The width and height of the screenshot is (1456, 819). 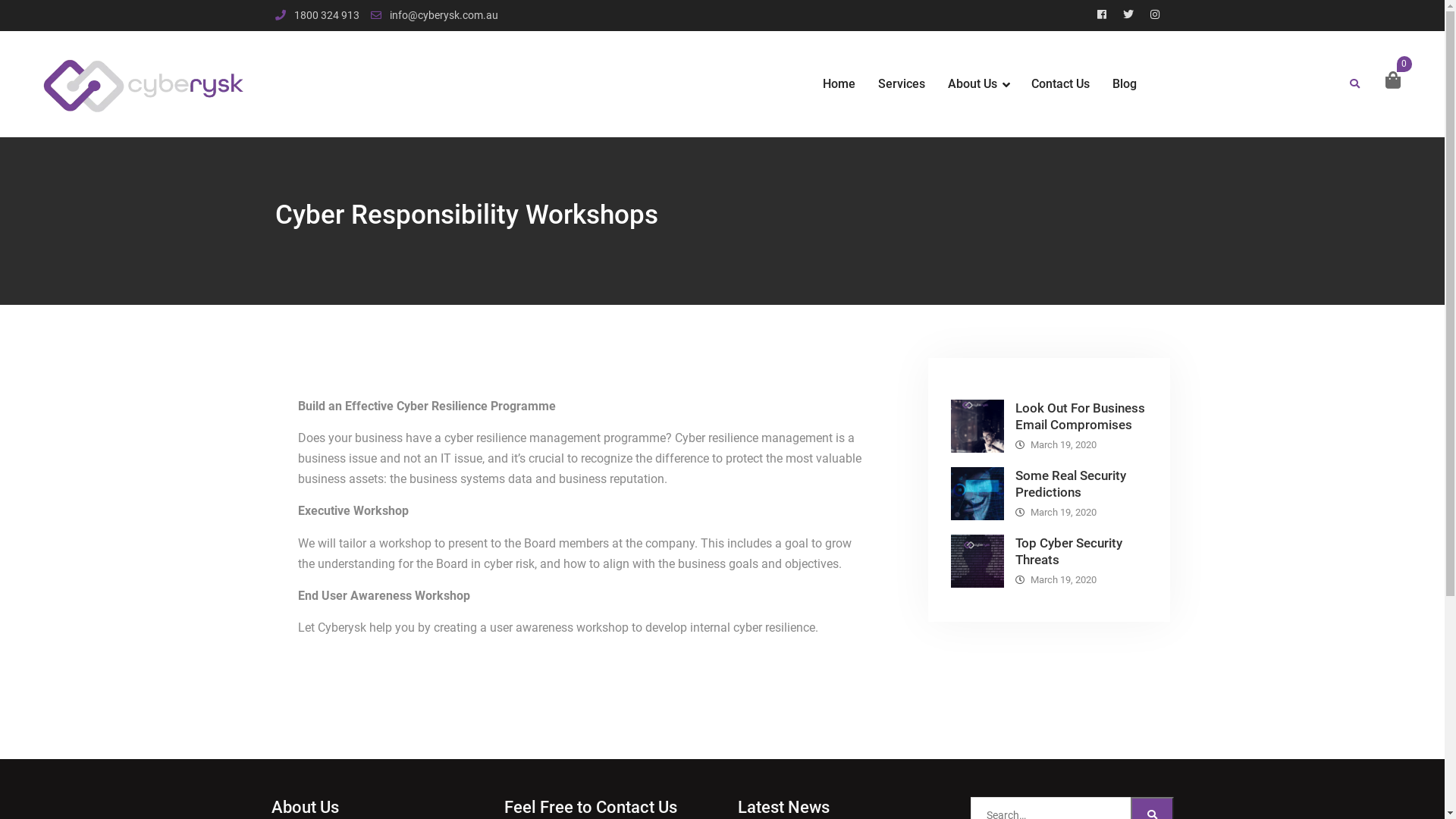 What do you see at coordinates (902, 84) in the screenshot?
I see `'Services'` at bounding box center [902, 84].